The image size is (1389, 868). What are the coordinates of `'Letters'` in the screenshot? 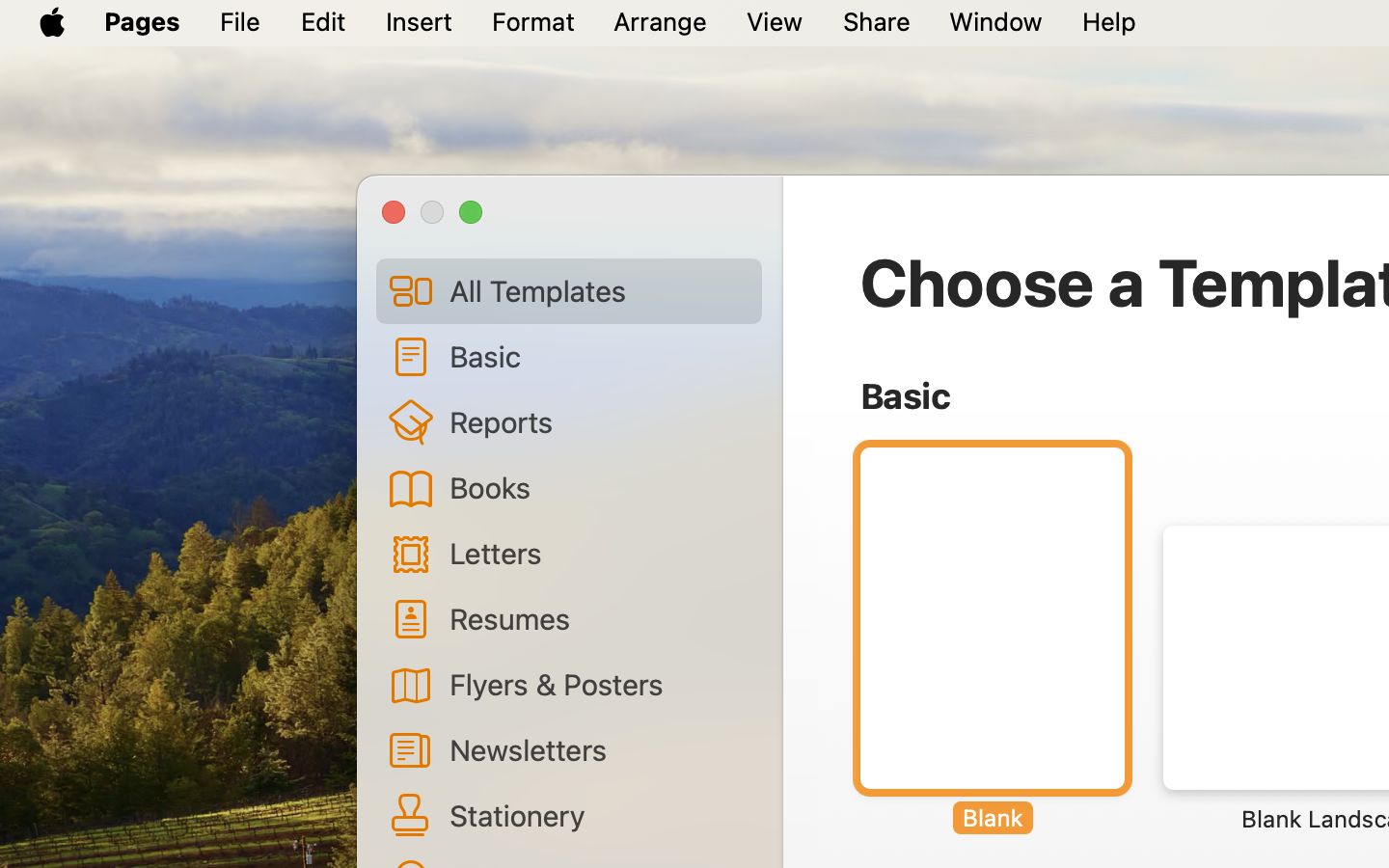 It's located at (597, 553).